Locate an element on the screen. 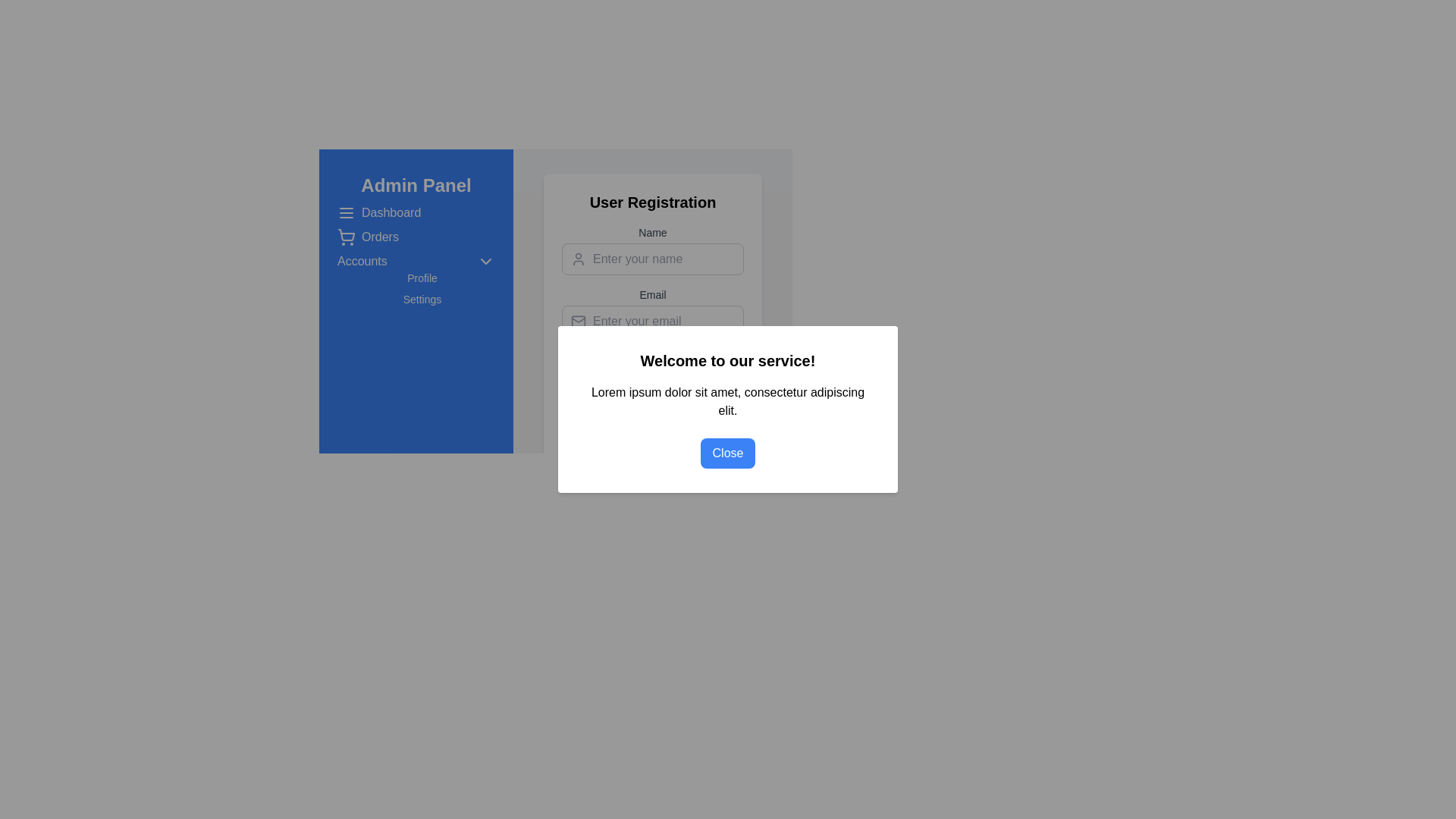  the static text header displaying 'Admin Panel' in bold white font on a blue background, located at the top of the navigation panel is located at coordinates (416, 185).